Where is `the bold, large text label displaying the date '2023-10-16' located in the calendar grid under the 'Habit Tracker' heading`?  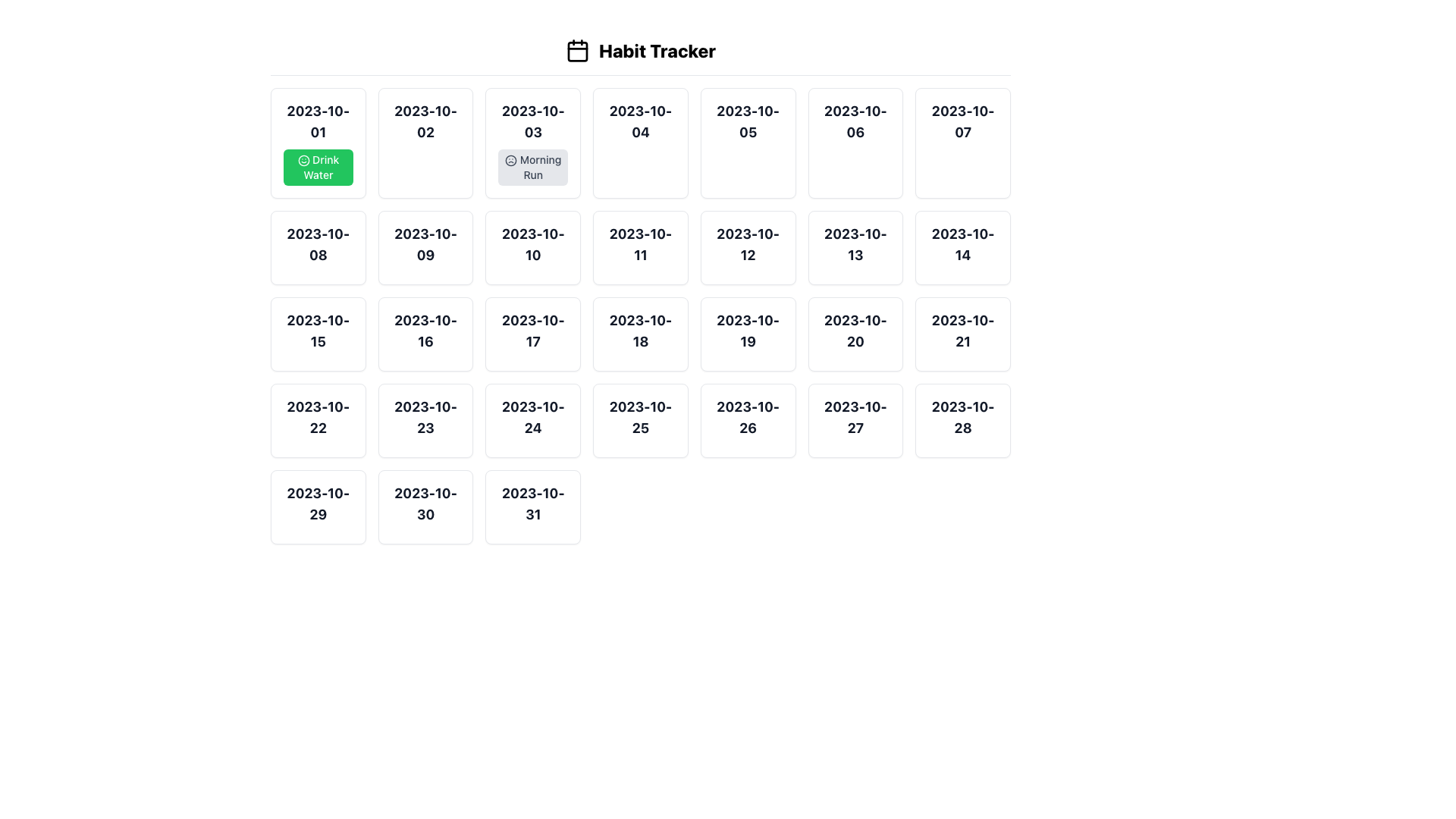 the bold, large text label displaying the date '2023-10-16' located in the calendar grid under the 'Habit Tracker' heading is located at coordinates (425, 330).